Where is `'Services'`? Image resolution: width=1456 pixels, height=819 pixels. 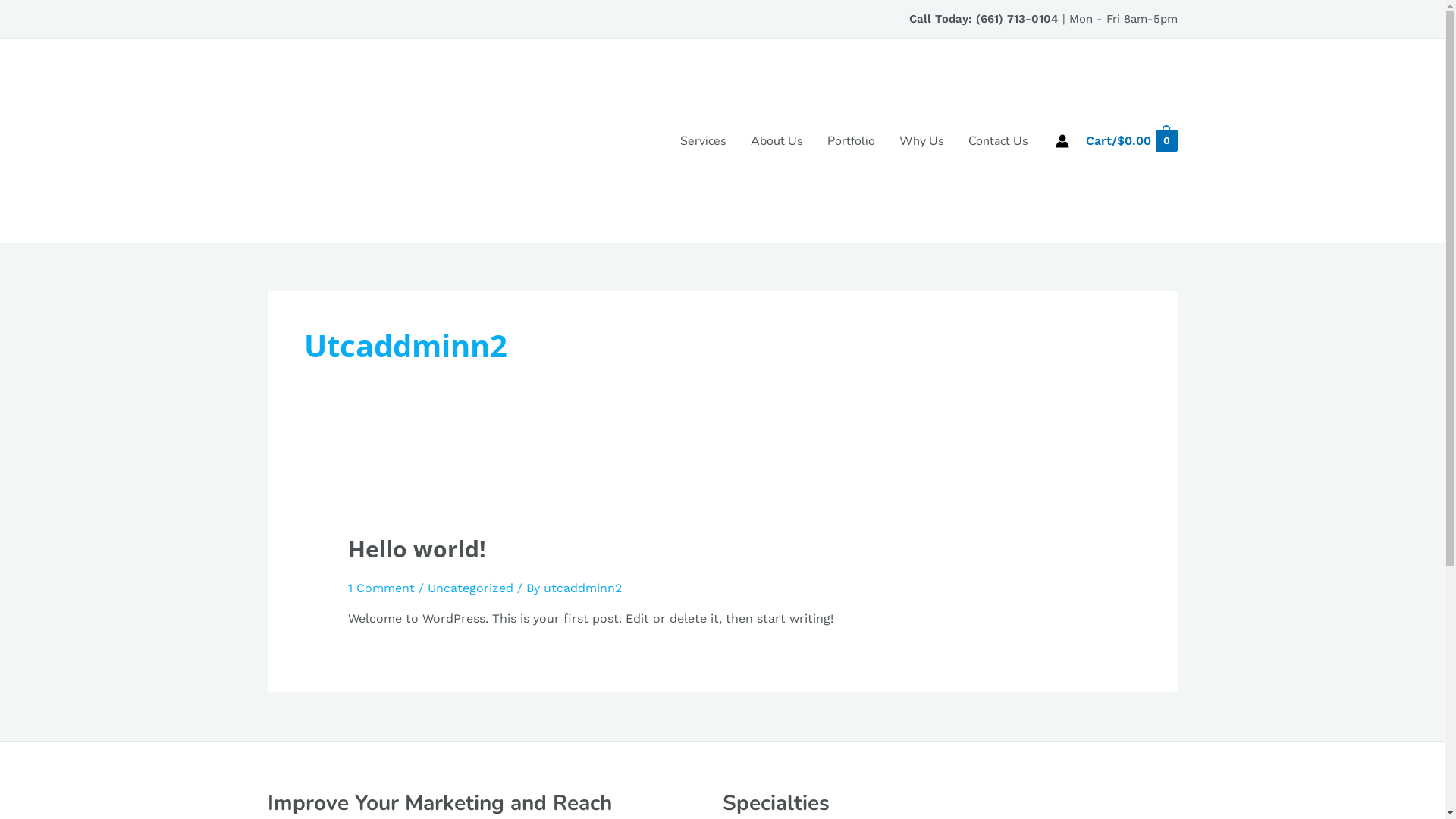 'Services' is located at coordinates (702, 140).